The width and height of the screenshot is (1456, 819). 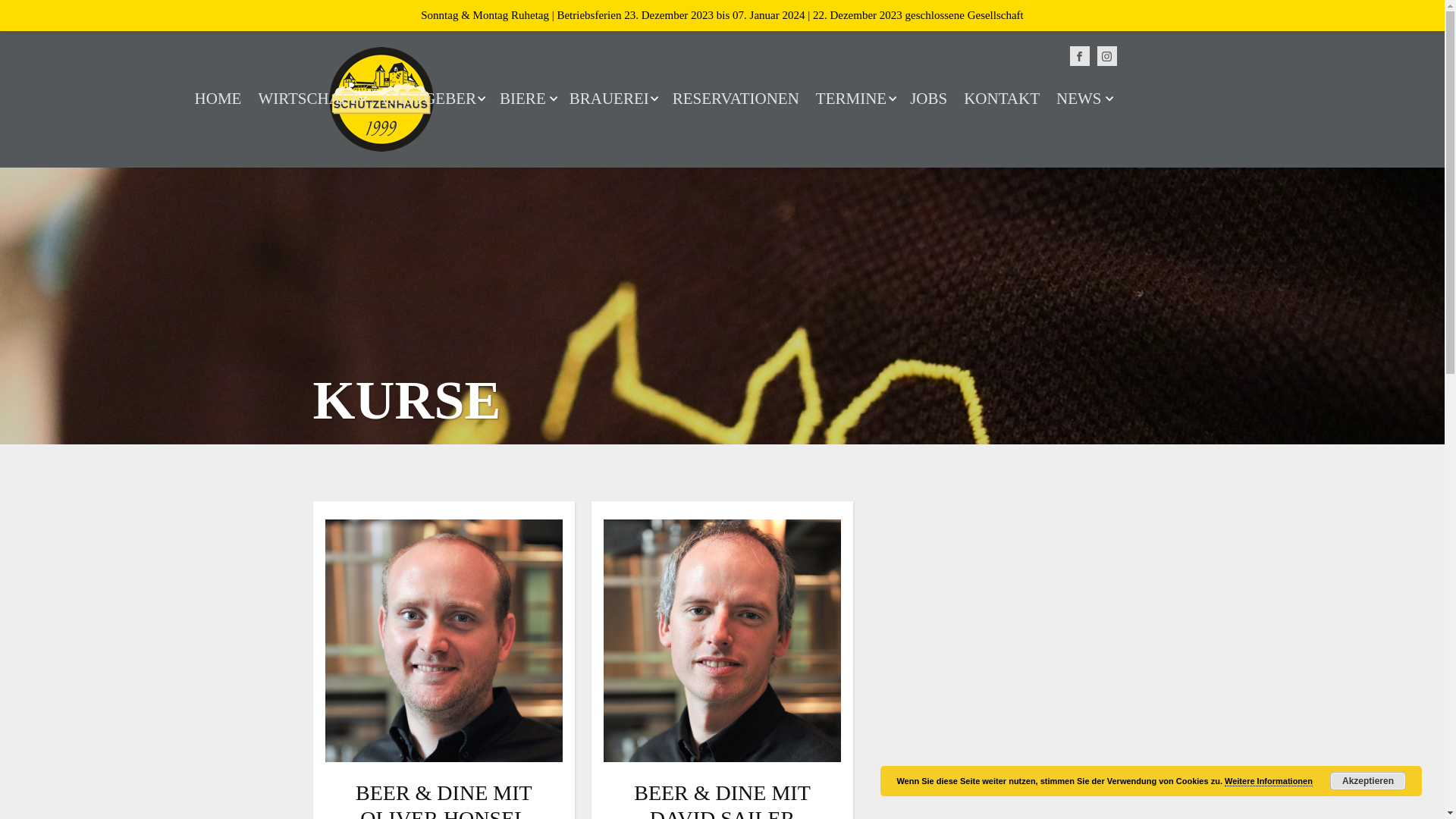 I want to click on 'RESERVATIONEN', so click(x=736, y=99).